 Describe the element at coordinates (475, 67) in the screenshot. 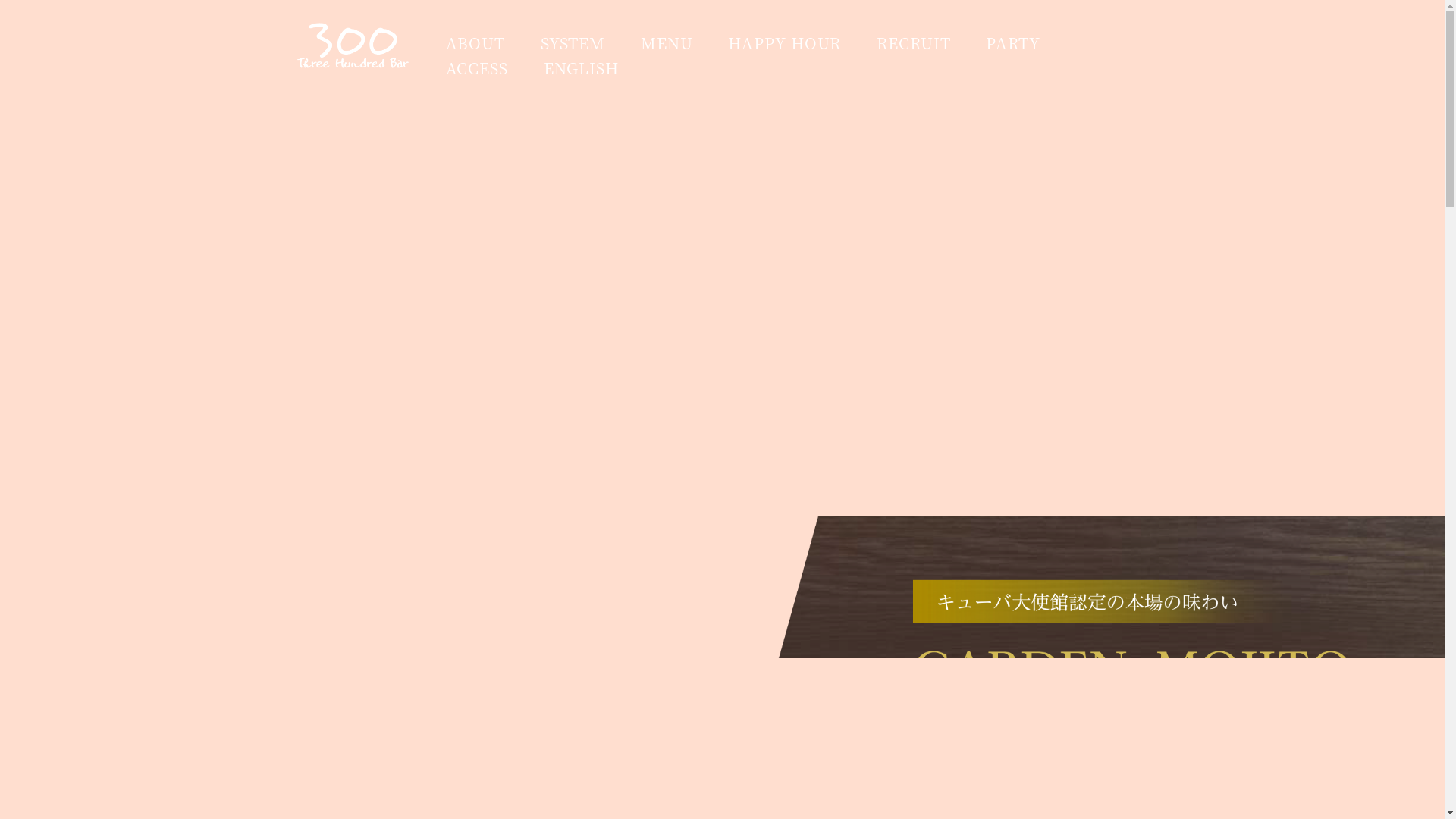

I see `'ACCESS'` at that location.